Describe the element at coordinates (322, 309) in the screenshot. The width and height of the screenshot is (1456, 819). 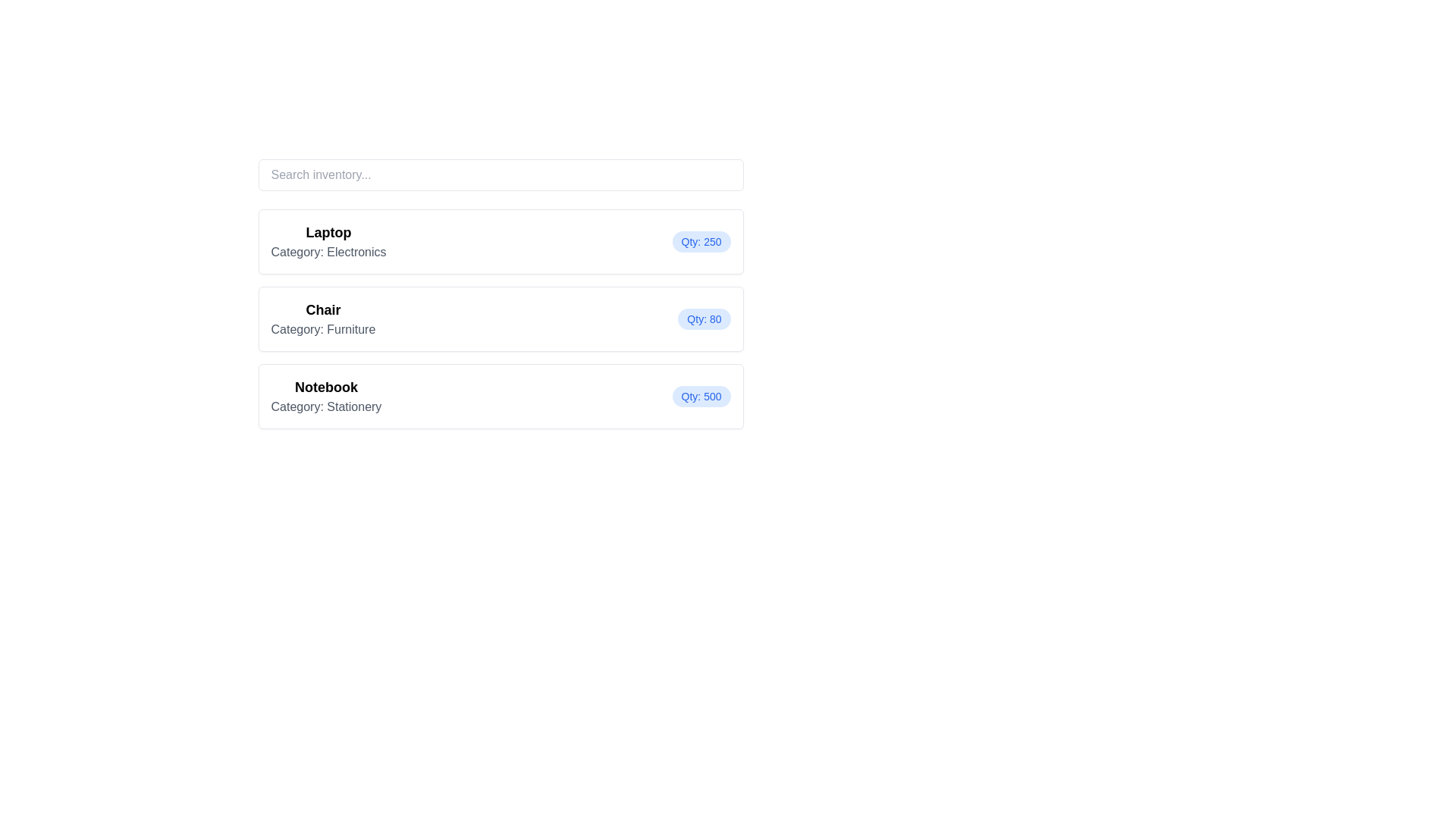
I see `text of the Label or heading that indicates the type of product in the catalog, located above the text 'Category: Furniture' in the middle section of the vertical list layout` at that location.